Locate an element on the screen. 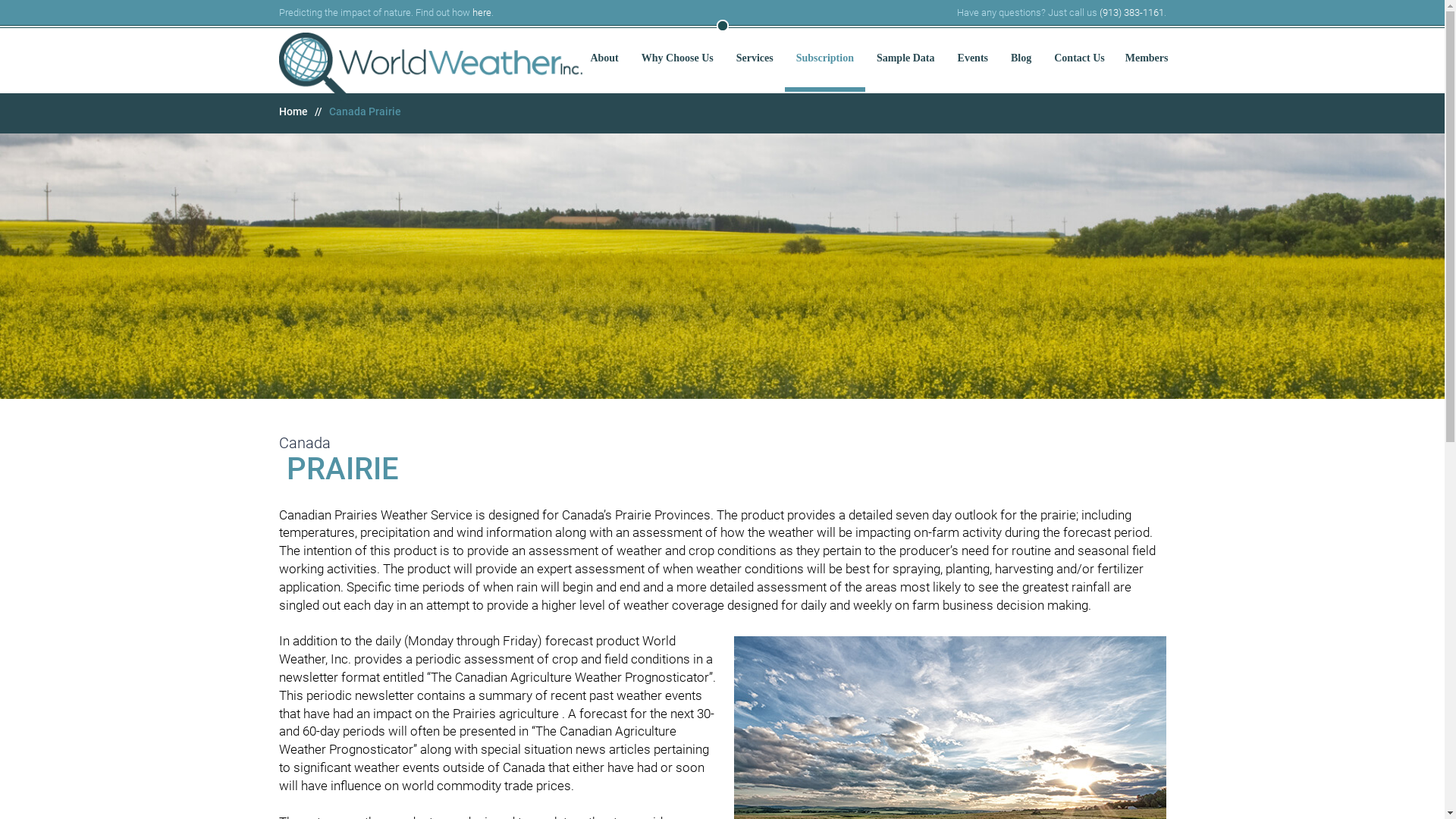 Image resolution: width=1456 pixels, height=819 pixels. 'Blog' is located at coordinates (999, 57).